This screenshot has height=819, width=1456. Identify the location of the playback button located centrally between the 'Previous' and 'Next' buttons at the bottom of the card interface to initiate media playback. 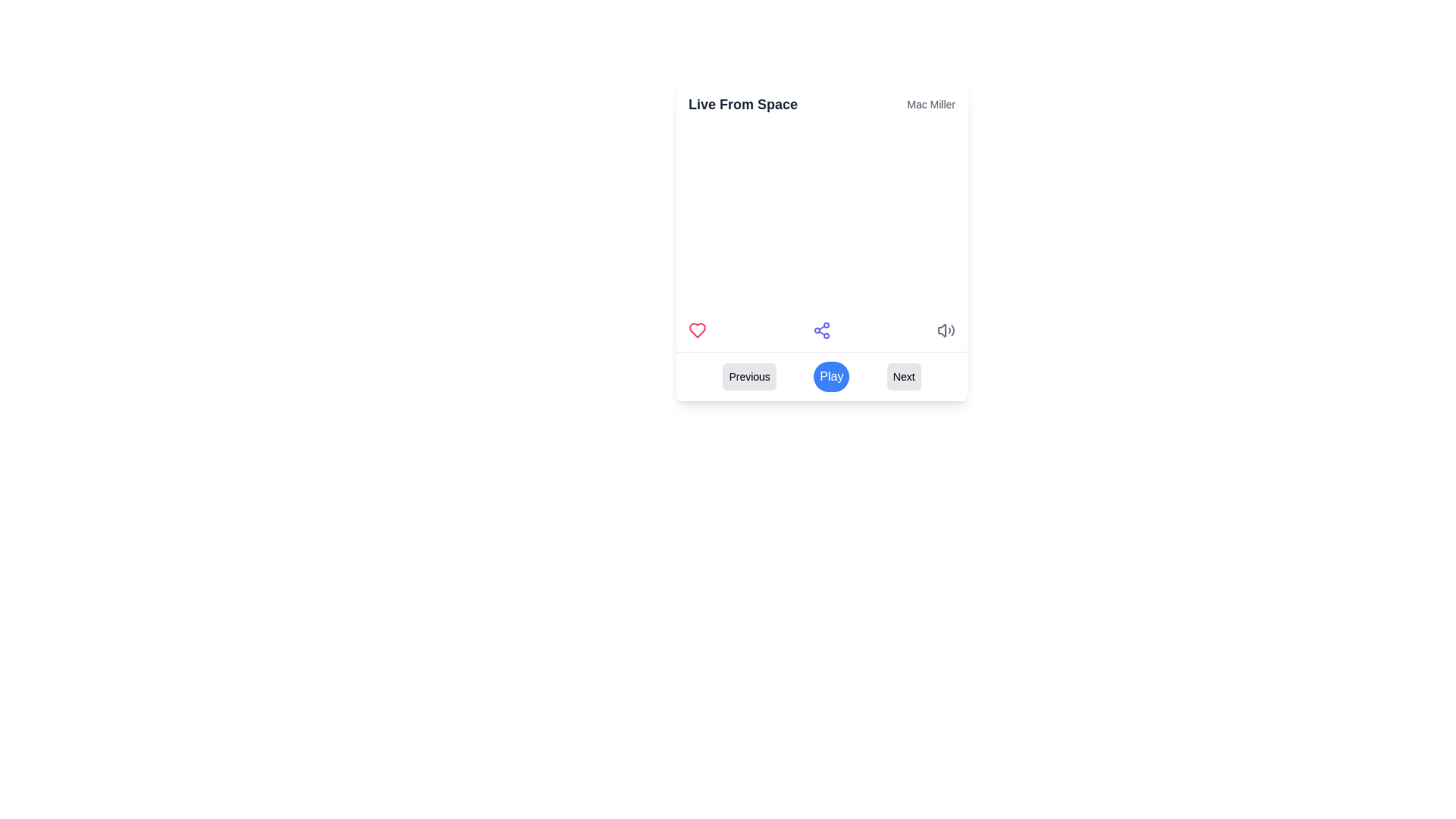
(821, 375).